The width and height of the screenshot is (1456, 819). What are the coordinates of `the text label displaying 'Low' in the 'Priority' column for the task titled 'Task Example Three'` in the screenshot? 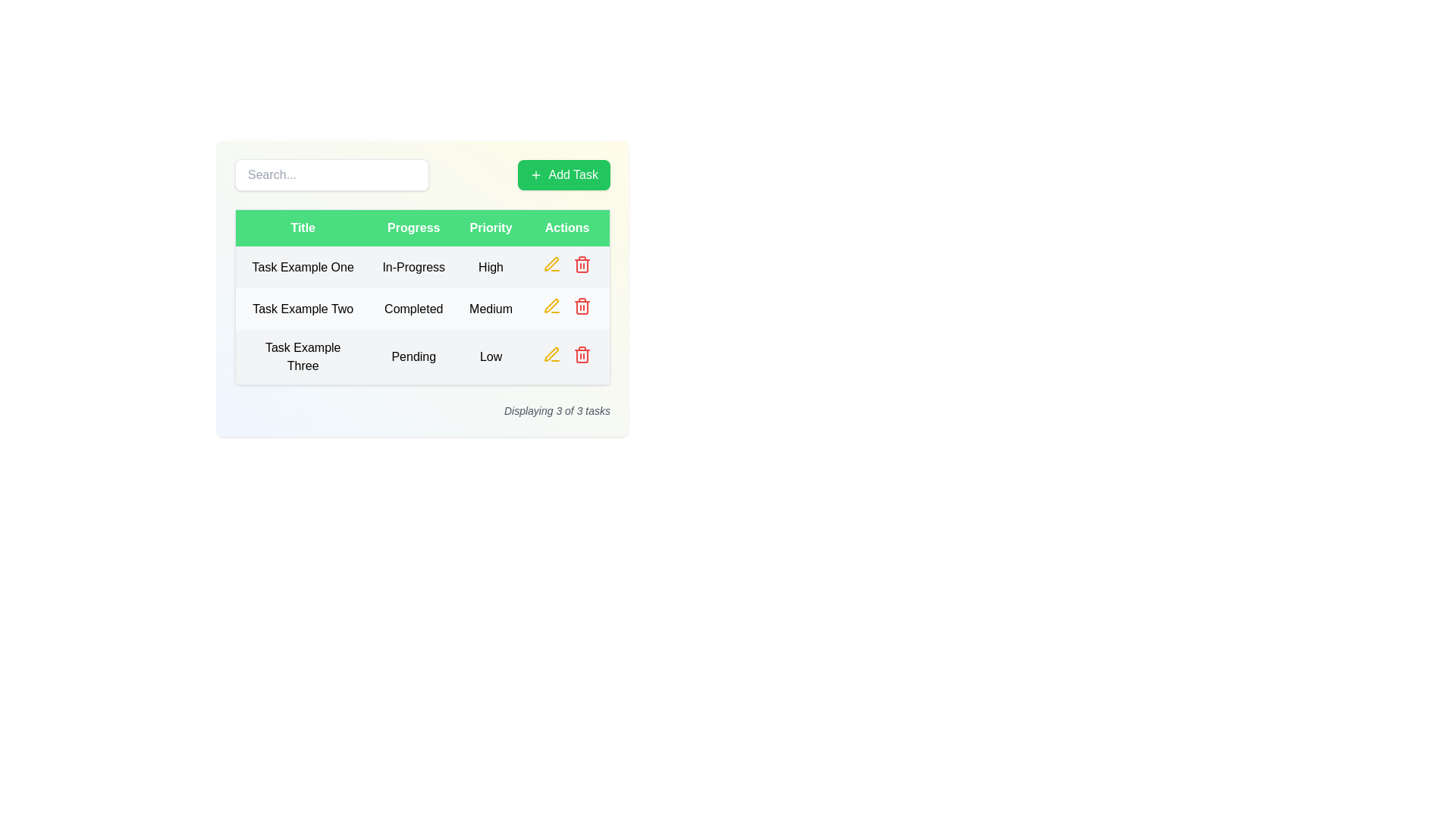 It's located at (491, 357).